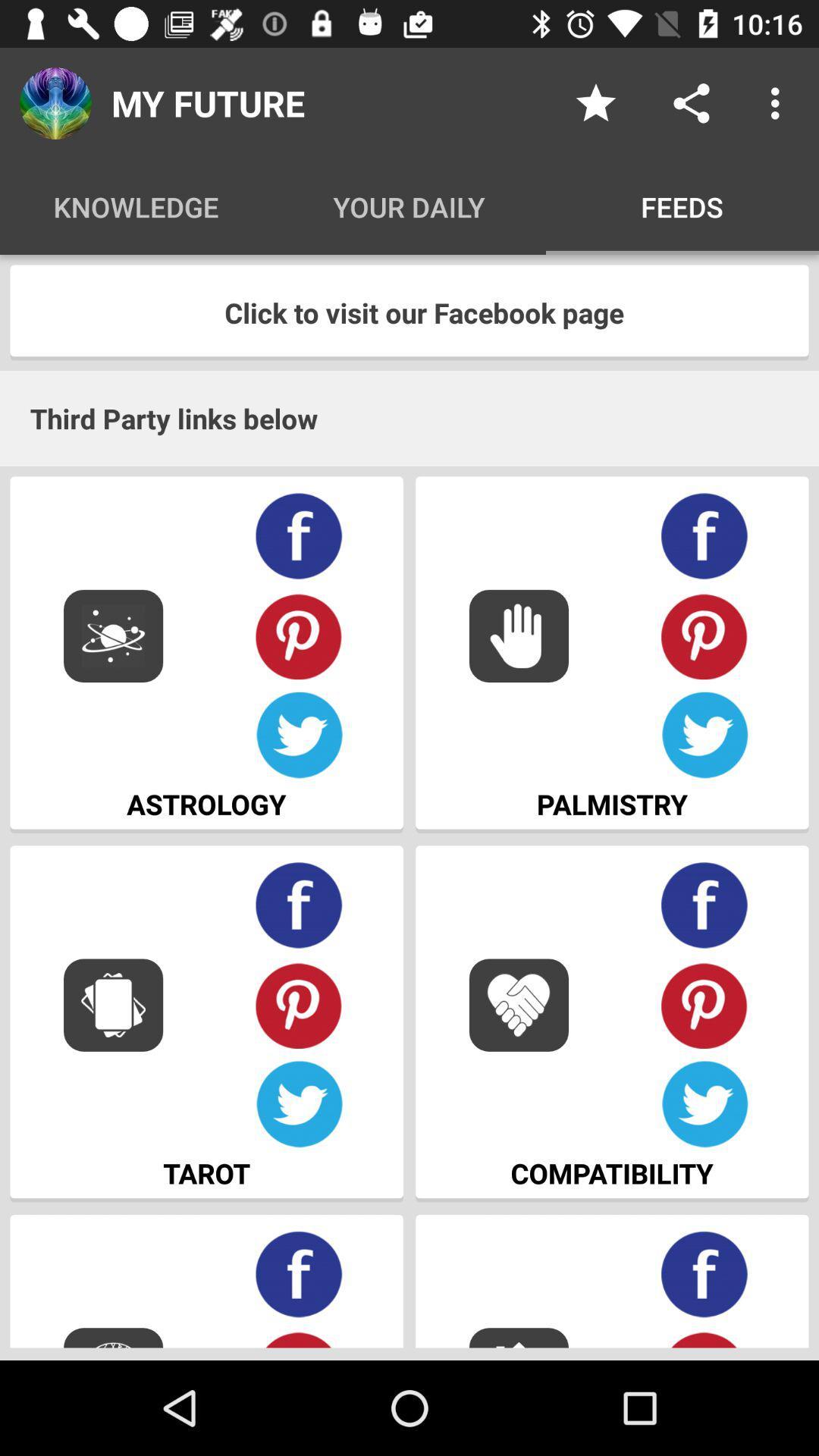 The height and width of the screenshot is (1456, 819). I want to click on find on facebook, so click(299, 1274).